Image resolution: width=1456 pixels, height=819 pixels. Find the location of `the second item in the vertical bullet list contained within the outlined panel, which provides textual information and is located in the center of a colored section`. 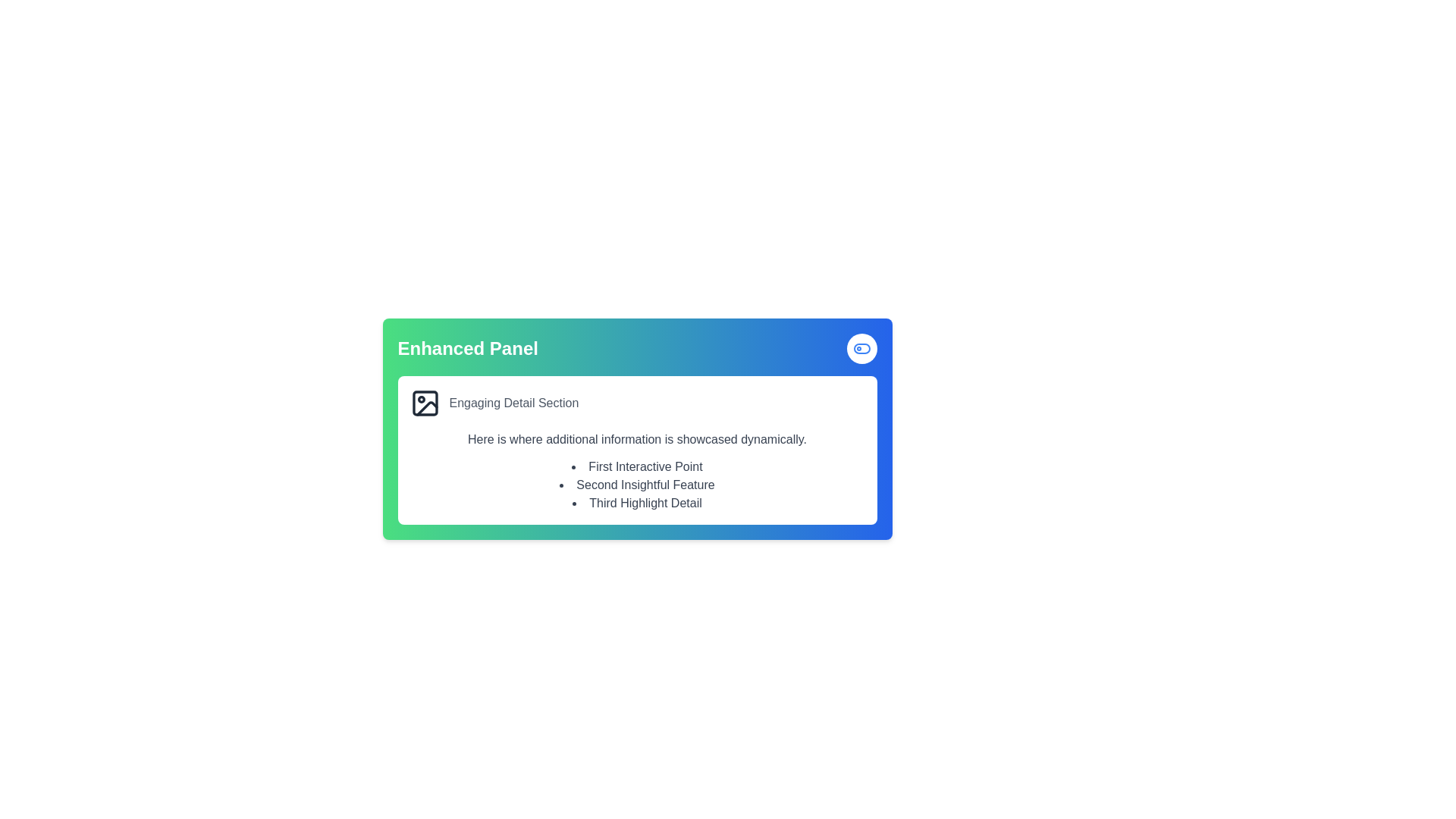

the second item in the vertical bullet list contained within the outlined panel, which provides textual information and is located in the center of a colored section is located at coordinates (637, 485).